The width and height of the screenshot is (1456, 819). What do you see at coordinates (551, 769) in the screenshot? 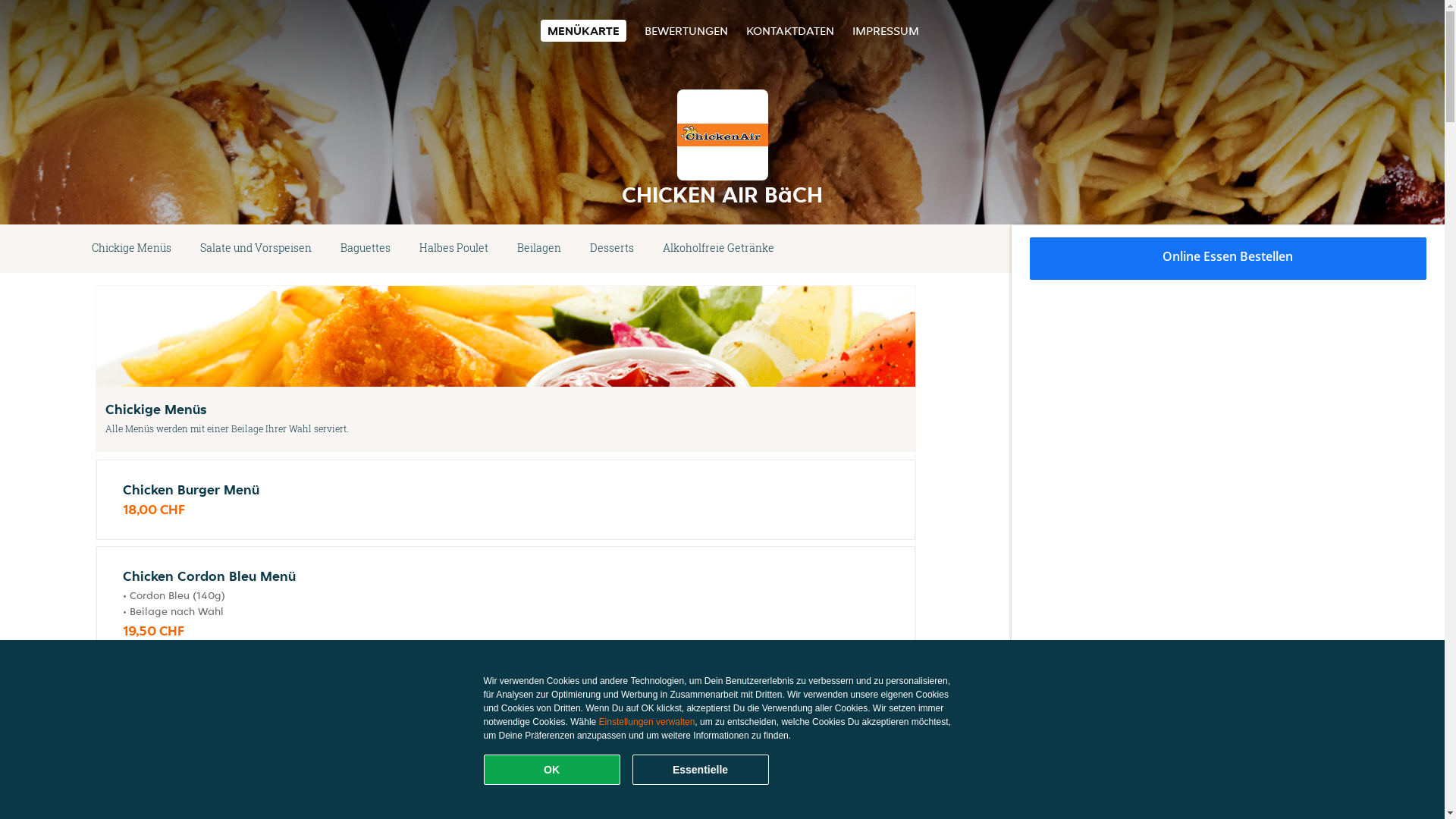
I see `'OK'` at bounding box center [551, 769].